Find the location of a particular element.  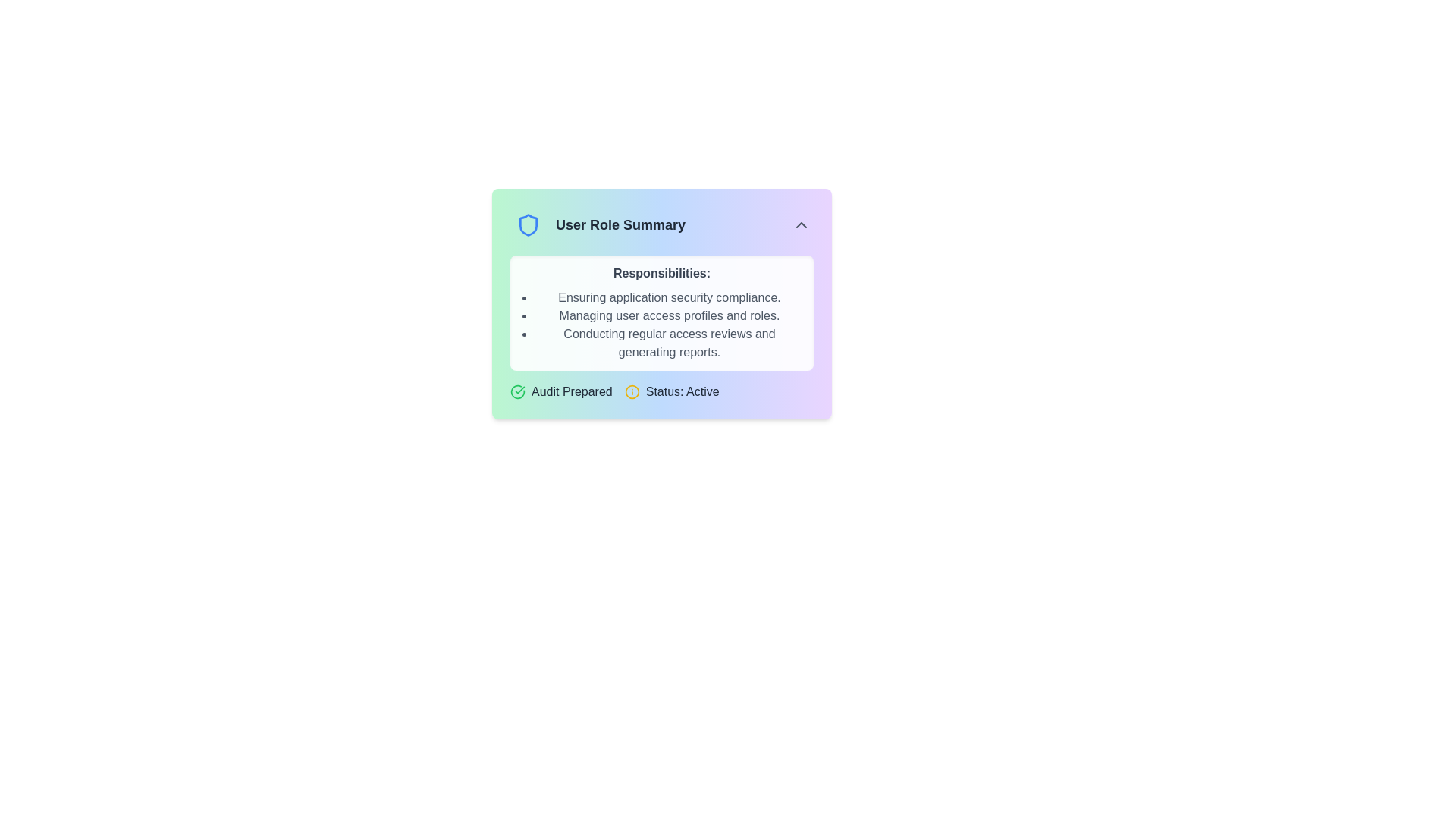

the shield-shaped icon with a blue outline located in the top-left corner of the 'User Role Summary' card component is located at coordinates (528, 225).